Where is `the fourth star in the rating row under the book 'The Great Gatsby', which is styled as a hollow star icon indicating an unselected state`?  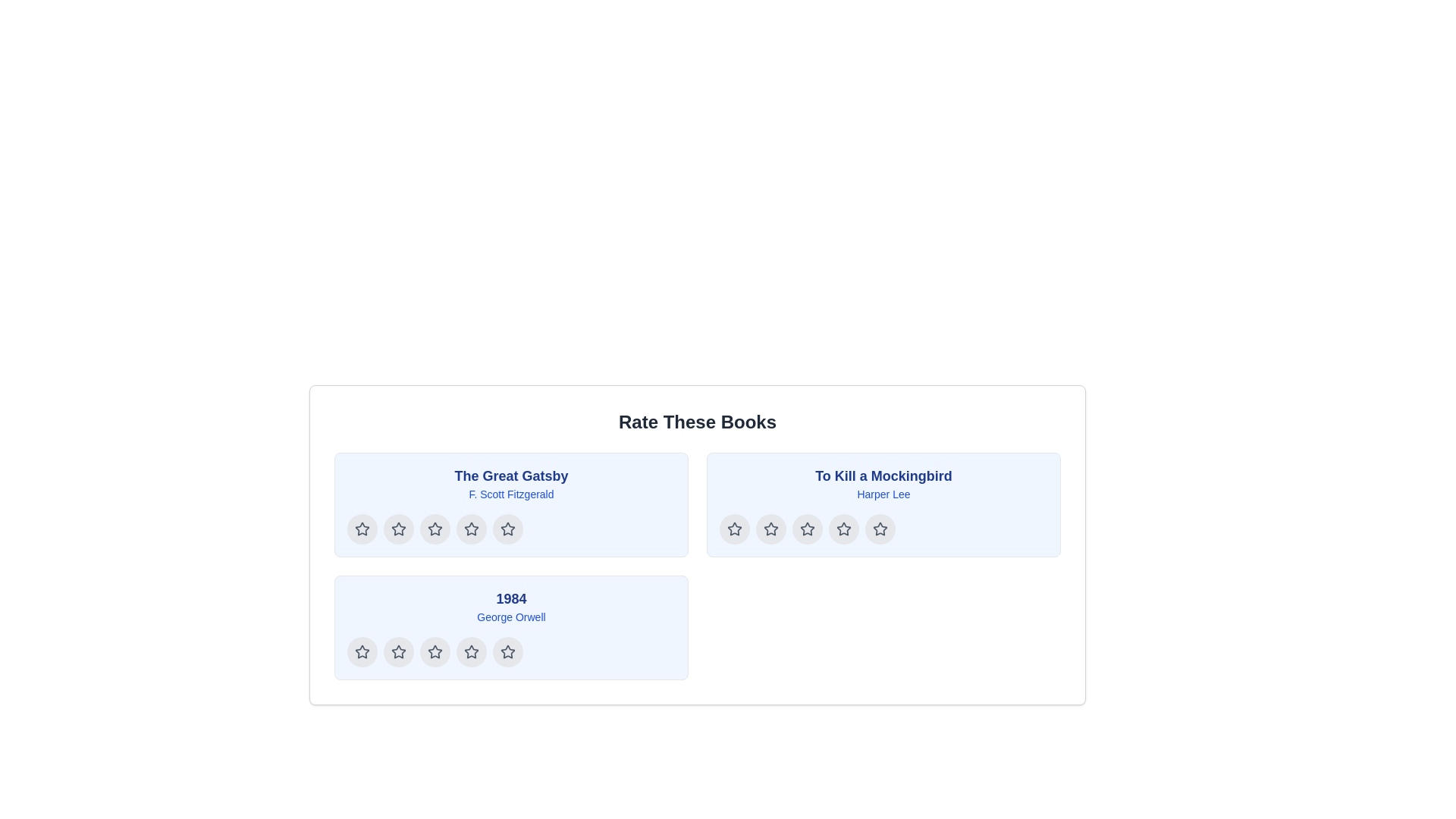 the fourth star in the rating row under the book 'The Great Gatsby', which is styled as a hollow star icon indicating an unselected state is located at coordinates (508, 528).